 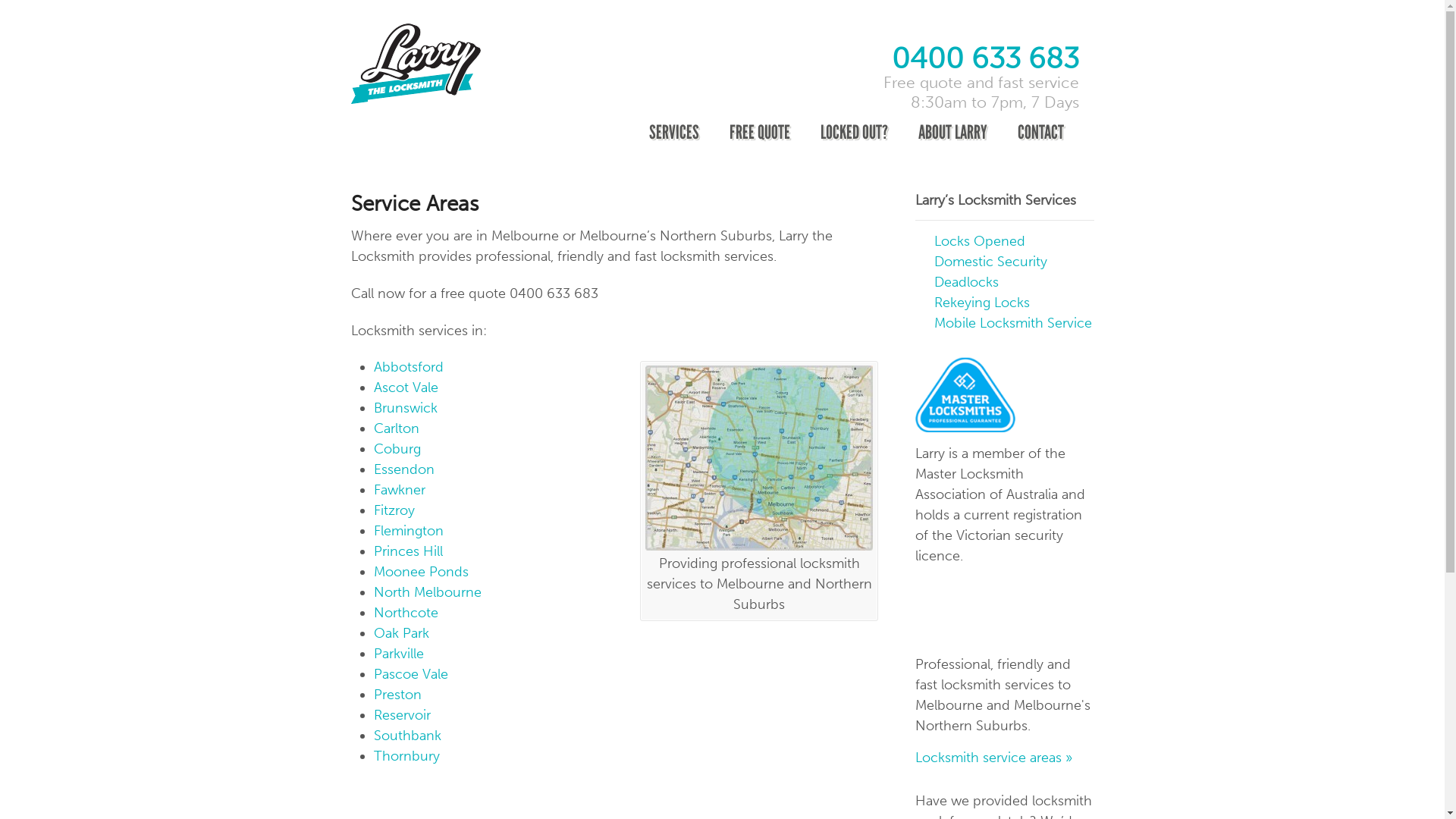 I want to click on 'Moonee Ponds', so click(x=372, y=571).